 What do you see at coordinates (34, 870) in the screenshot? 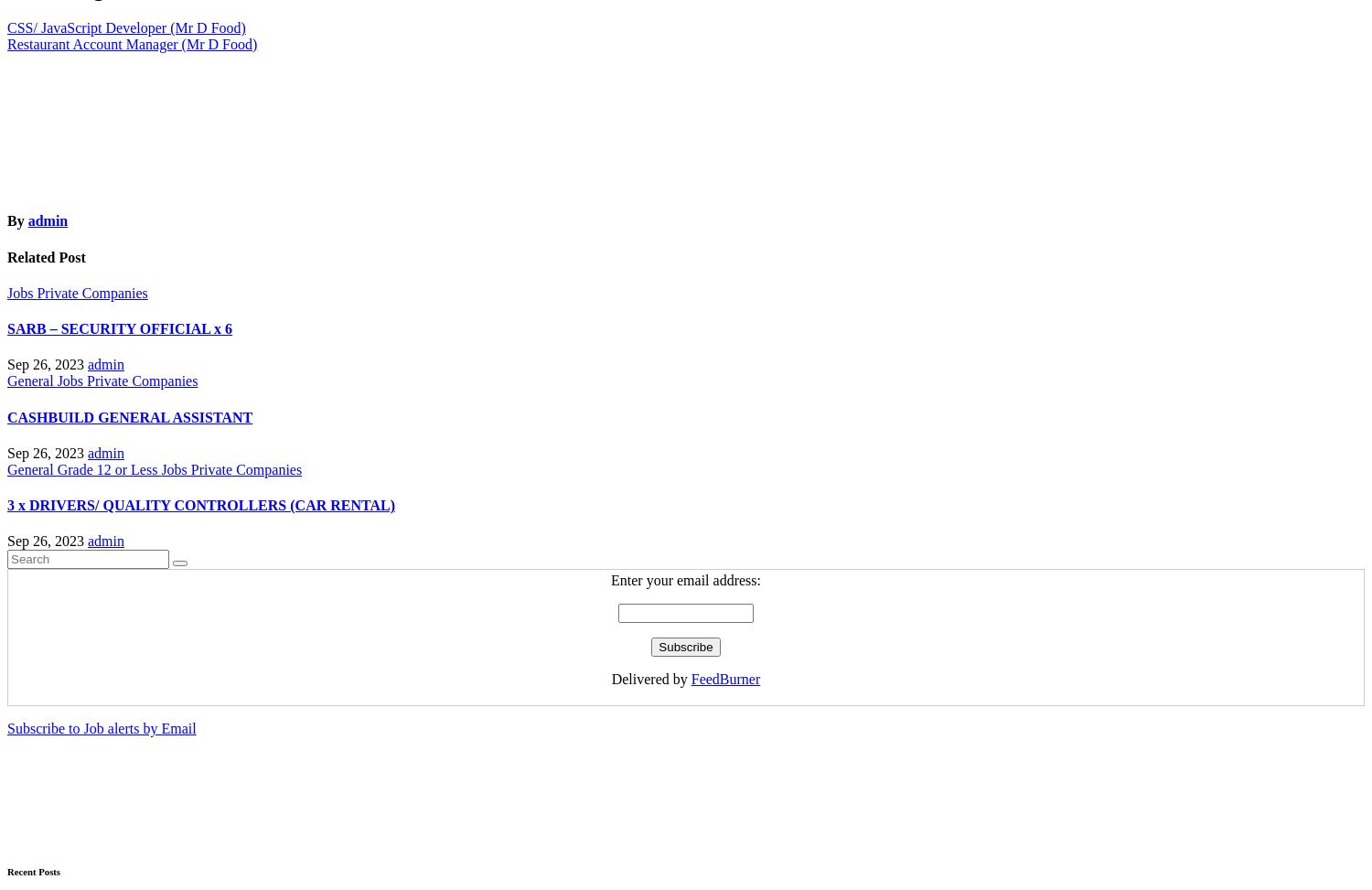
I see `'Recent Posts'` at bounding box center [34, 870].